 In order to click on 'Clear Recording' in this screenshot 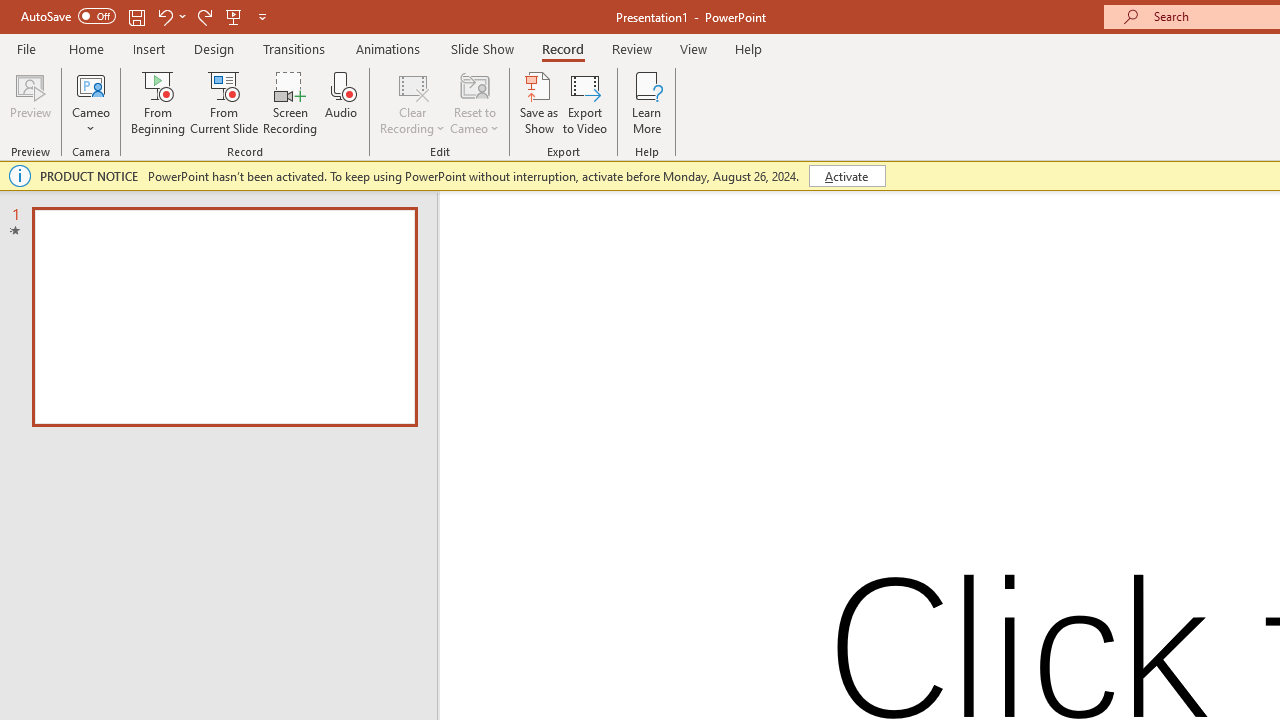, I will do `click(411, 103)`.